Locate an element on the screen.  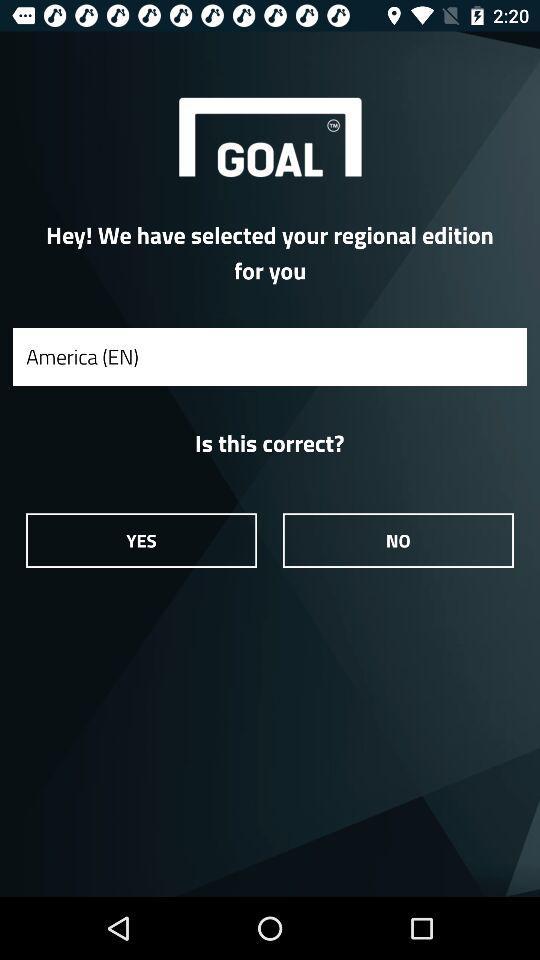
item to the right of the yes is located at coordinates (398, 539).